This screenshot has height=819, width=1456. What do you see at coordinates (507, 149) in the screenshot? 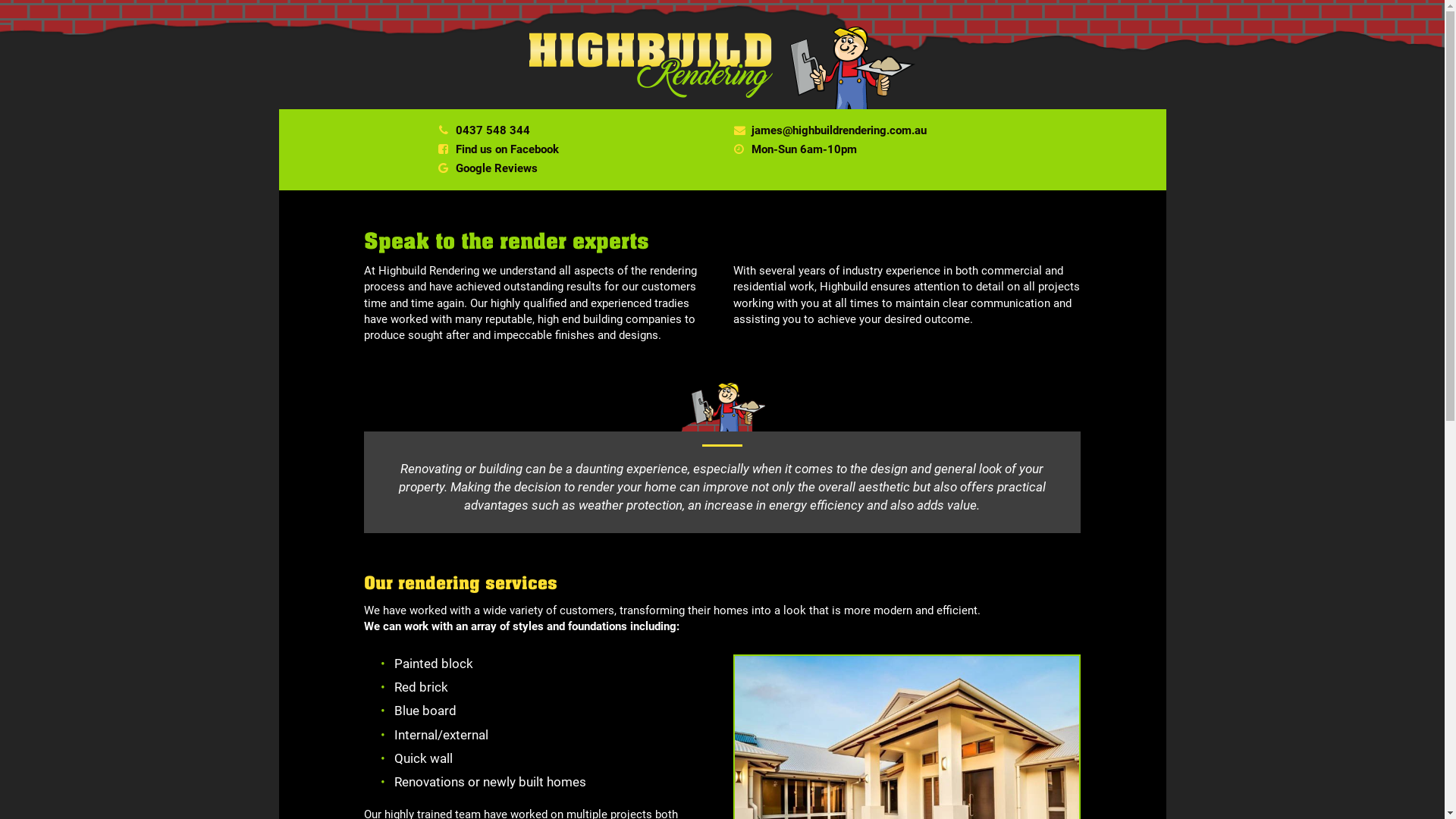
I see `'Find us on Facebook'` at bounding box center [507, 149].